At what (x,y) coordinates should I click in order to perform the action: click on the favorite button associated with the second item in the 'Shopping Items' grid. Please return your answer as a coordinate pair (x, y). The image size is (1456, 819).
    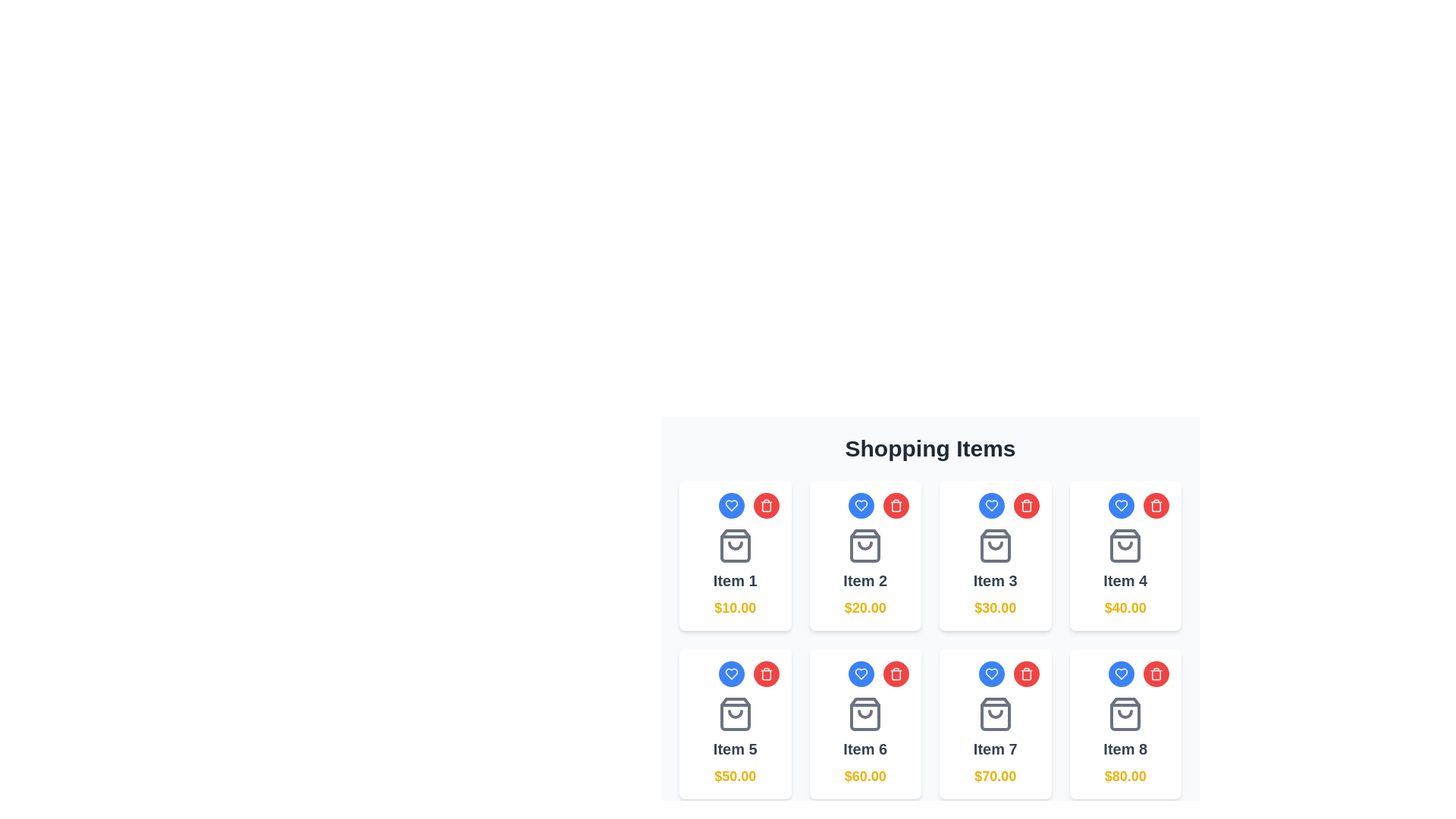
    Looking at the image, I should click on (861, 506).